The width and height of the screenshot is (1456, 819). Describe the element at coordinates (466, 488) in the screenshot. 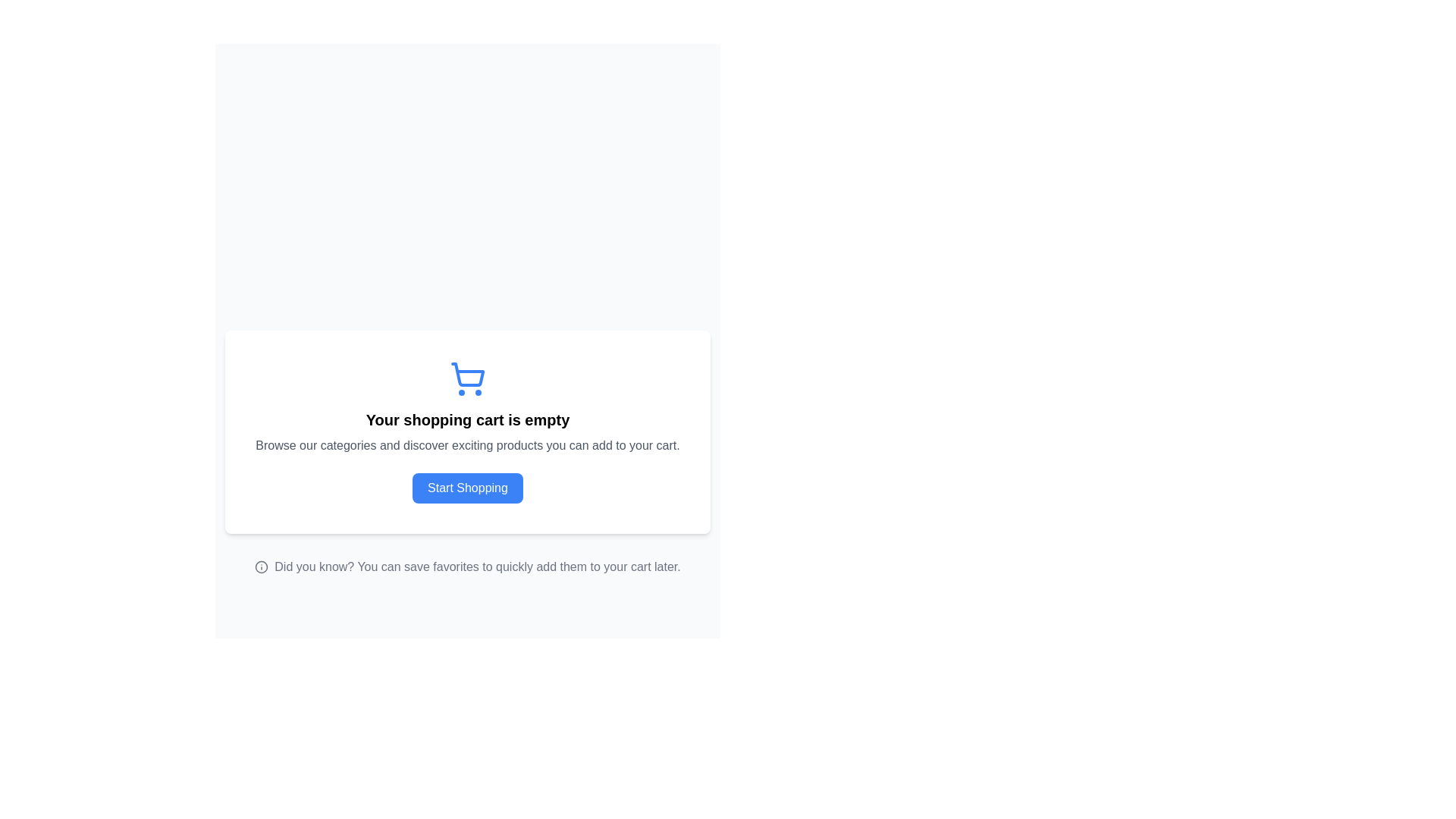

I see `the 'Start Shopping' button, which is a rectangular button with a blue background and white text, located at the bottom of the card indicating an empty shopping cart` at that location.